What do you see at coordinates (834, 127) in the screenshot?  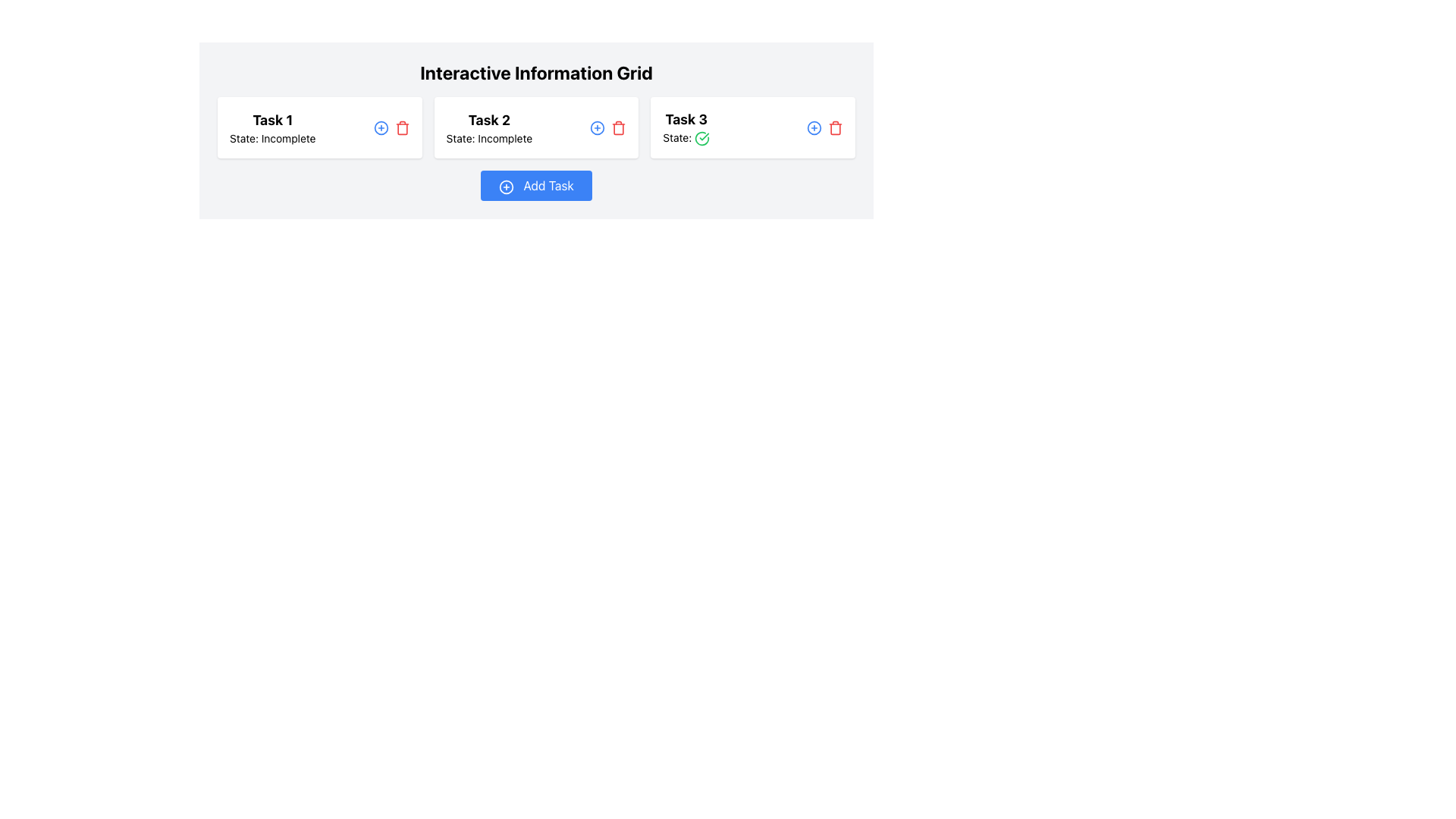 I see `the red trash bin icon located to the right of the 'Task 3' section` at bounding box center [834, 127].